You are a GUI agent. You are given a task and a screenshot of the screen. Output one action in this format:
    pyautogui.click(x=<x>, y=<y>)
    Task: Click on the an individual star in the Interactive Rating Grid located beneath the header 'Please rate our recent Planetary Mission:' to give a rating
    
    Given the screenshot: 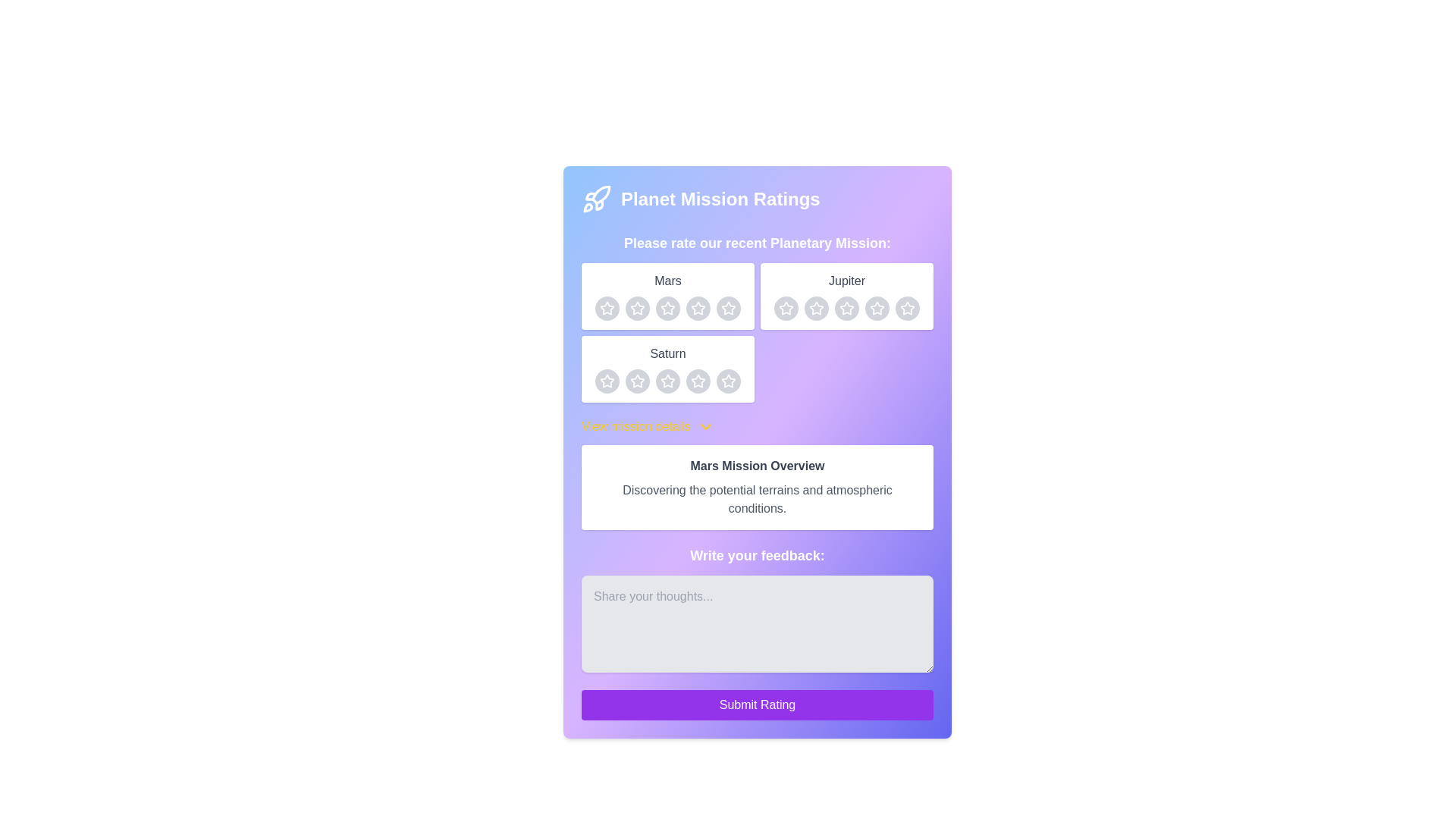 What is the action you would take?
    pyautogui.click(x=757, y=332)
    